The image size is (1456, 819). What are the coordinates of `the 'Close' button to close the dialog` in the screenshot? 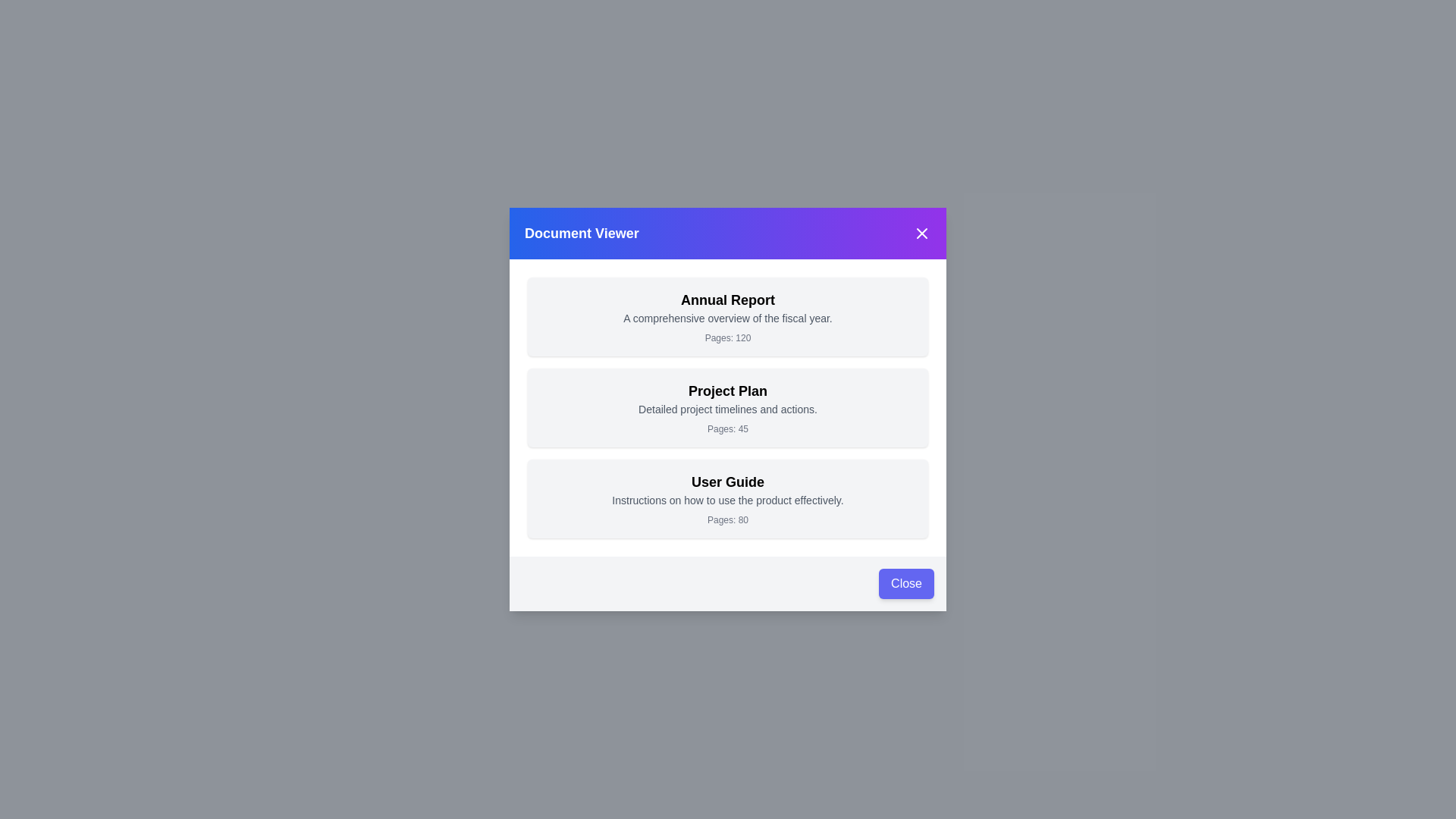 It's located at (906, 583).